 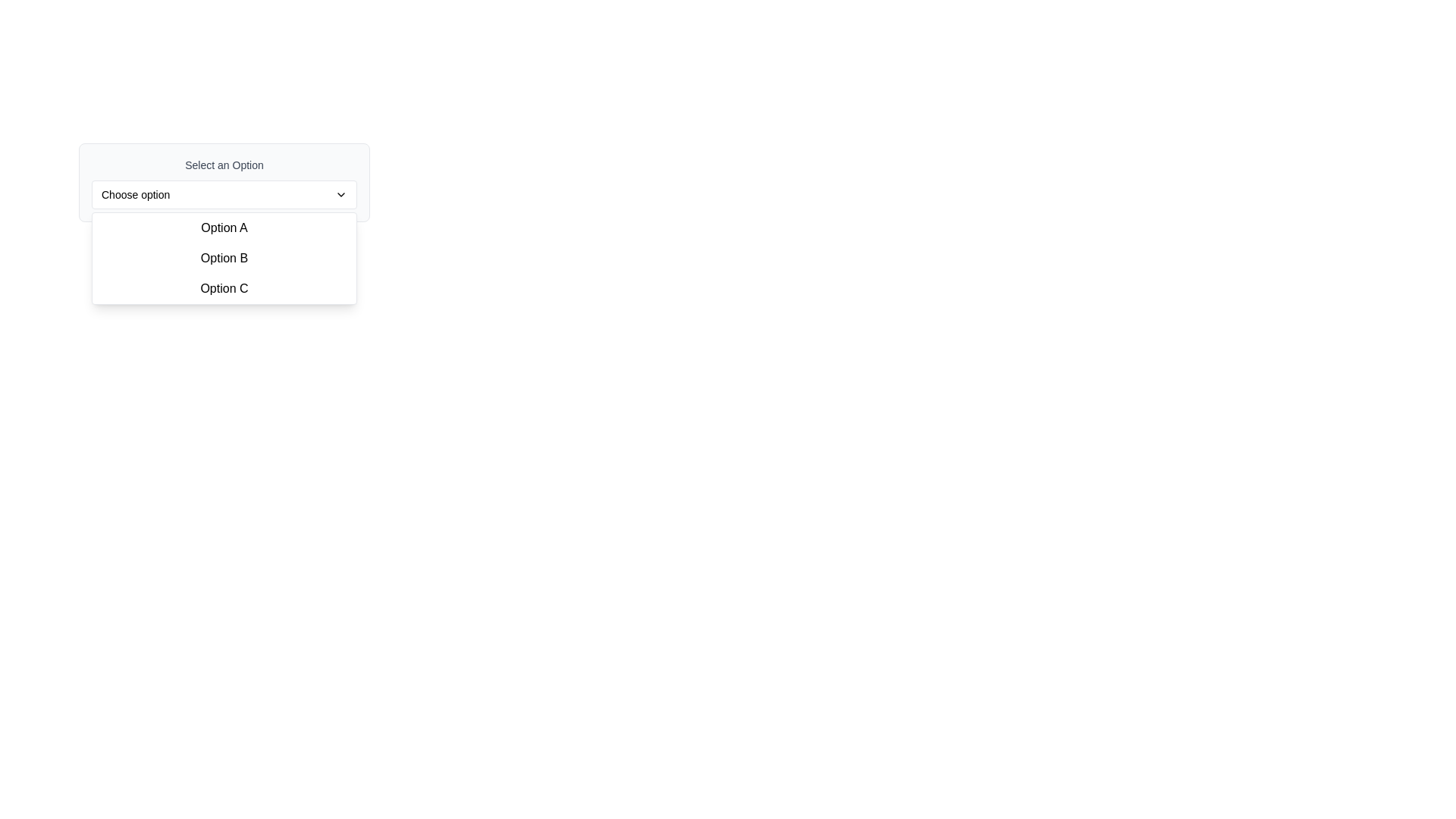 I want to click on the dropdown menu labeled 'Choose option', so click(x=224, y=194).